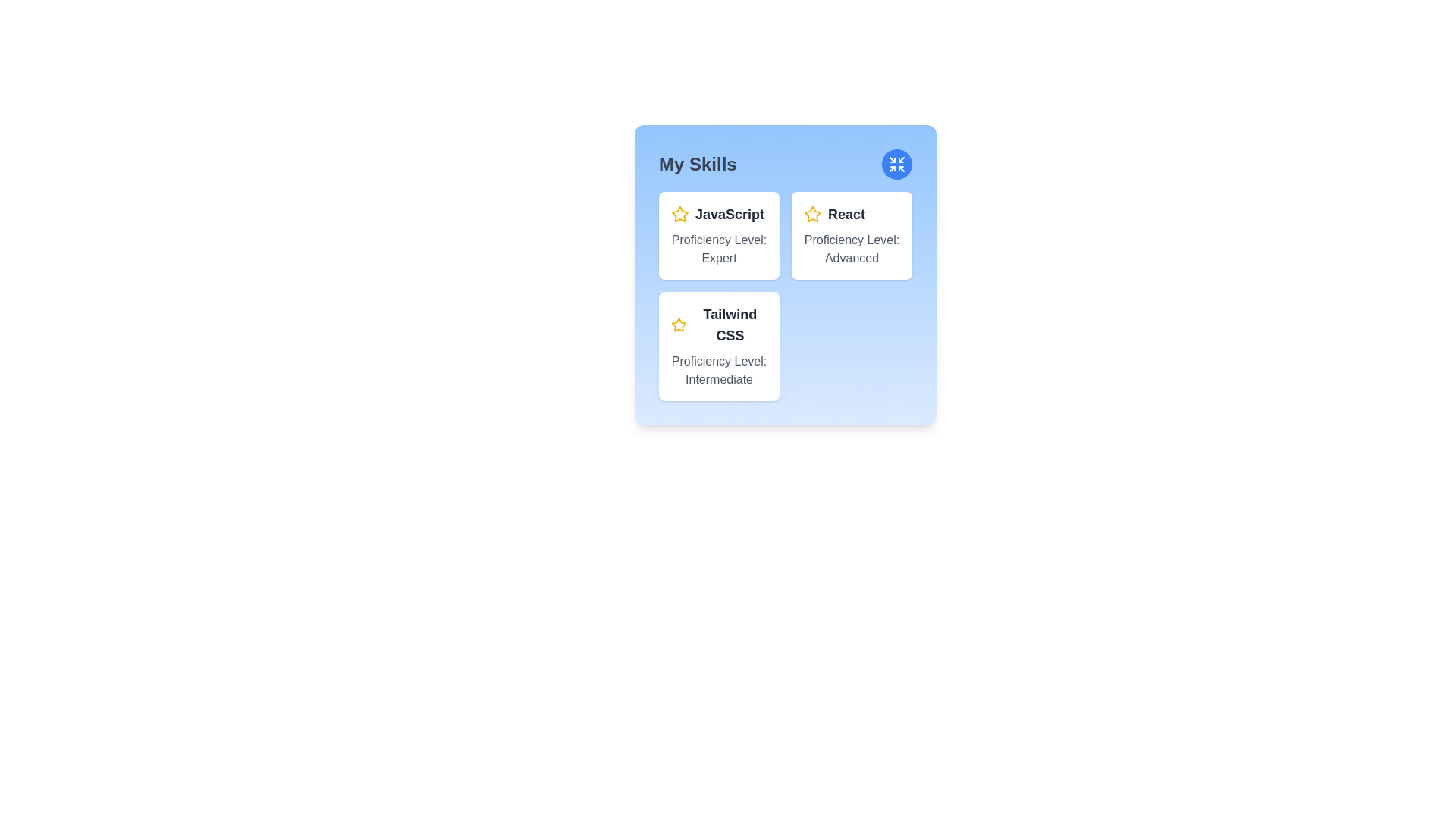  Describe the element at coordinates (852, 214) in the screenshot. I see `the skill label indicating 'React' located in the top-right corner of the skills section, specifically the second item in the top row of the skills list` at that location.